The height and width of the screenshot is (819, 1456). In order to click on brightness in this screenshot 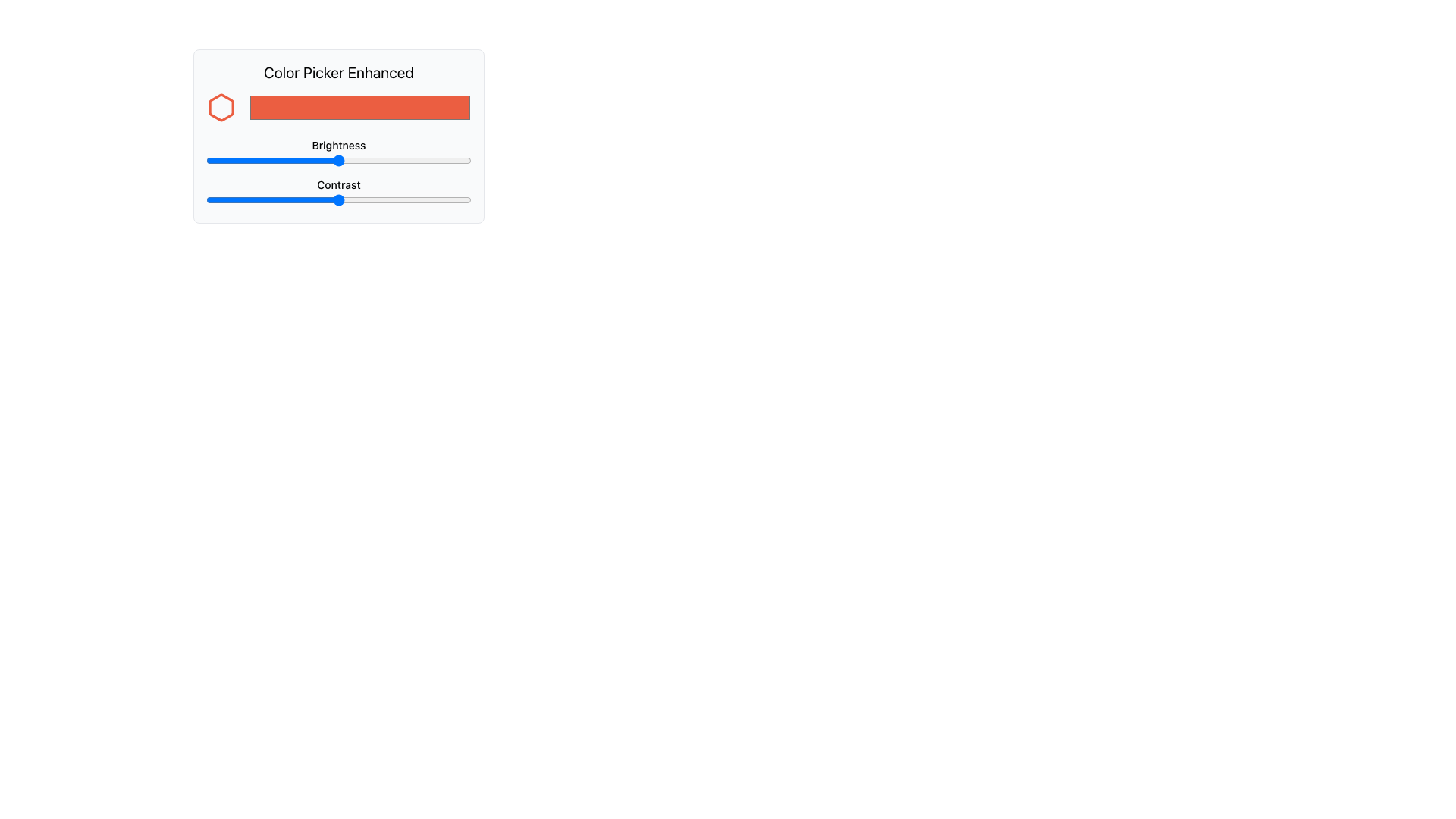, I will do `click(330, 161)`.